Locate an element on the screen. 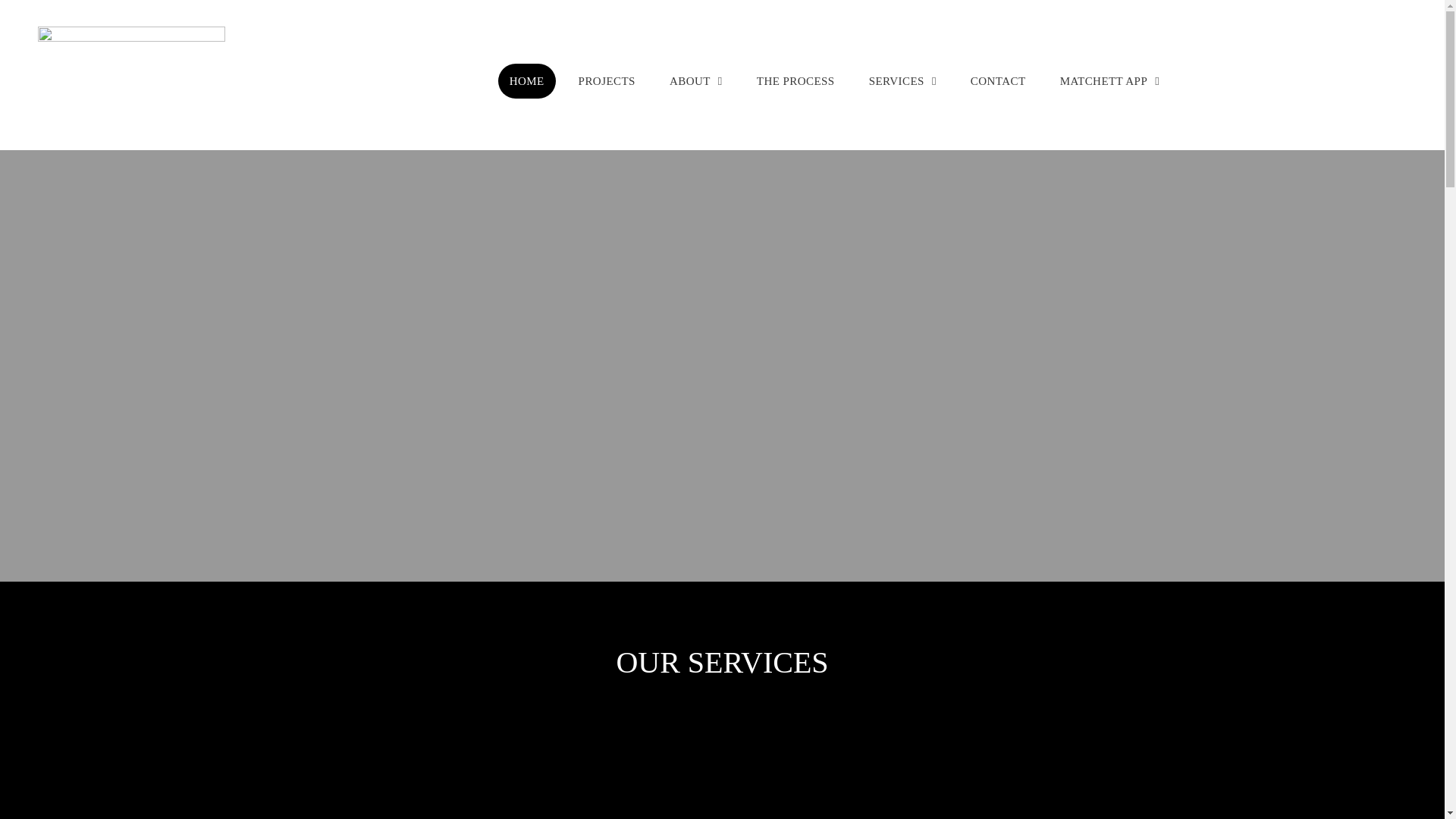 Image resolution: width=1456 pixels, height=819 pixels. 'PROJECTS' is located at coordinates (607, 81).